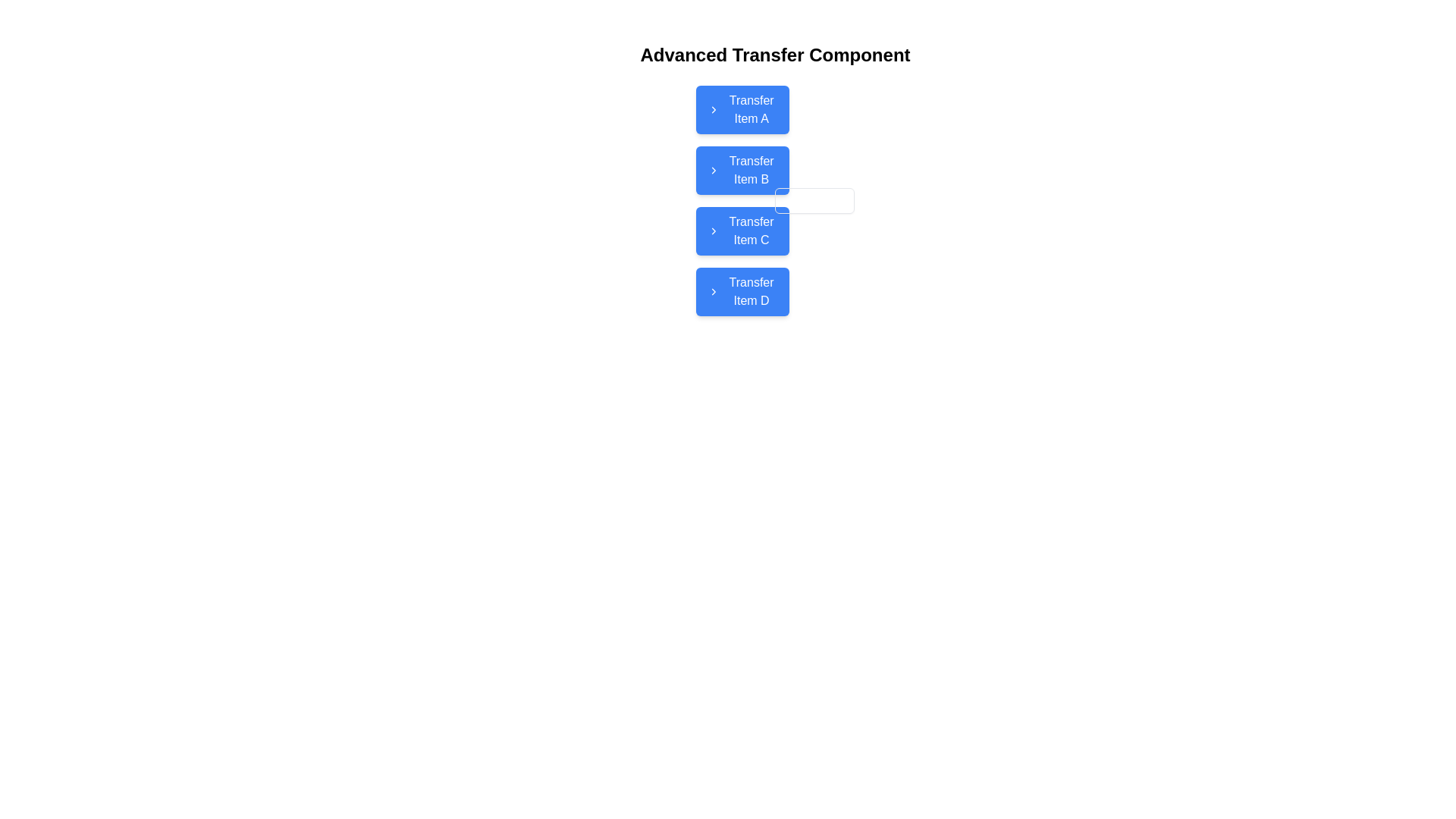 This screenshot has height=819, width=1456. I want to click on keyboard navigation, so click(742, 292).